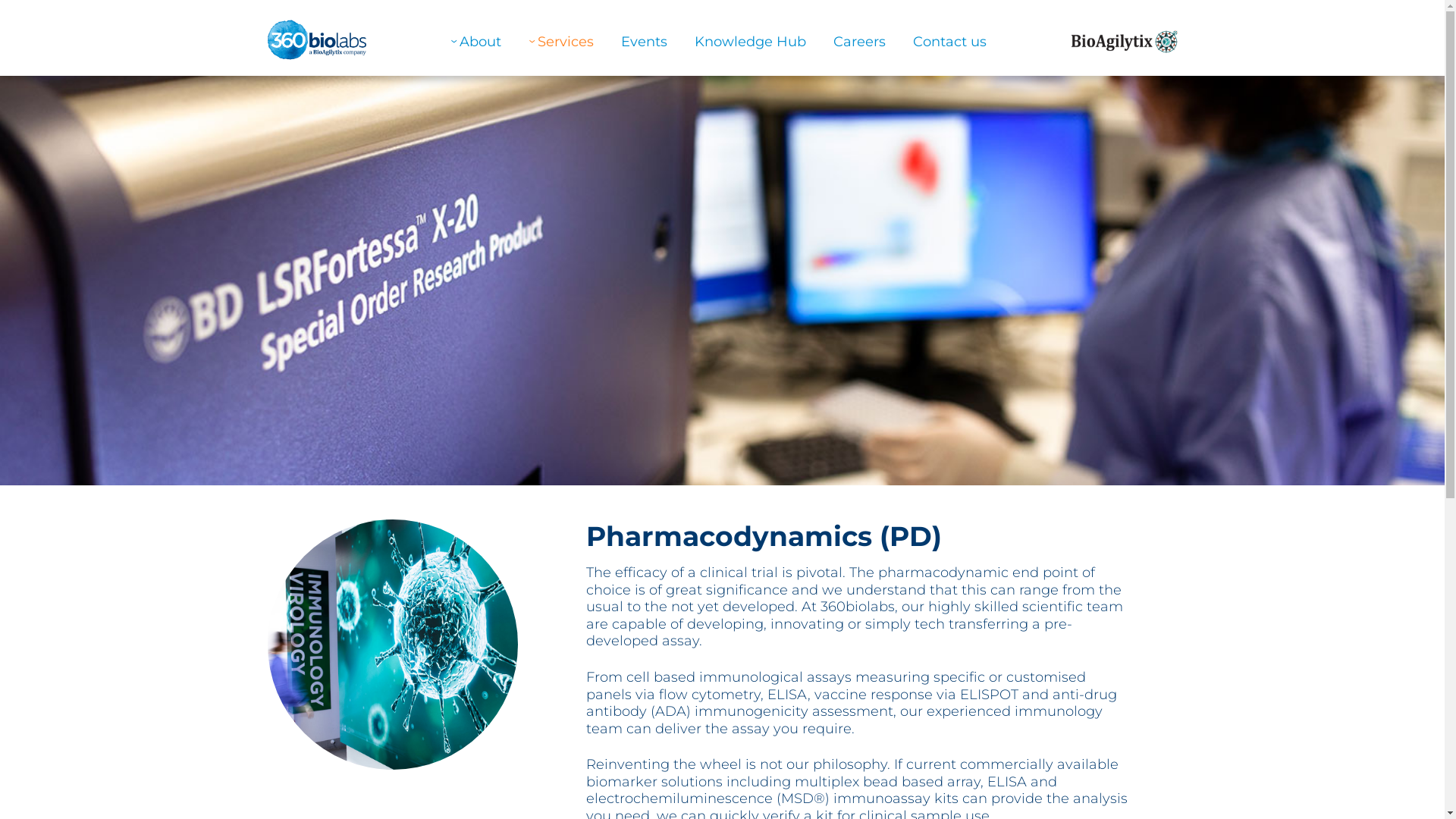 This screenshot has width=1456, height=819. What do you see at coordinates (560, 40) in the screenshot?
I see `'Services'` at bounding box center [560, 40].